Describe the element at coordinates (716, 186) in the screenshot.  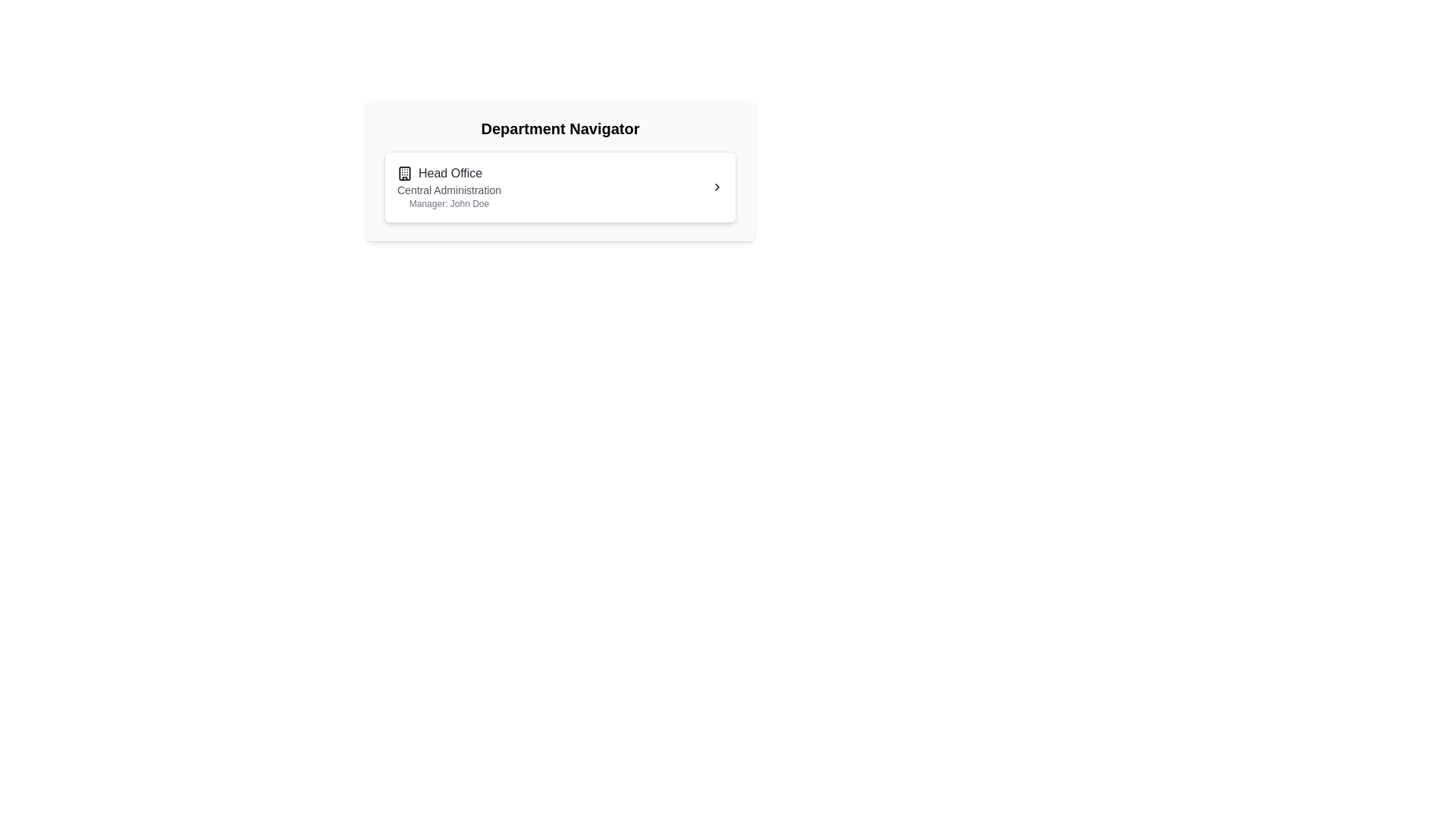
I see `the chevron icon located at the far right side of the 'Head Office' panel in the 'Department Navigator' section` at that location.